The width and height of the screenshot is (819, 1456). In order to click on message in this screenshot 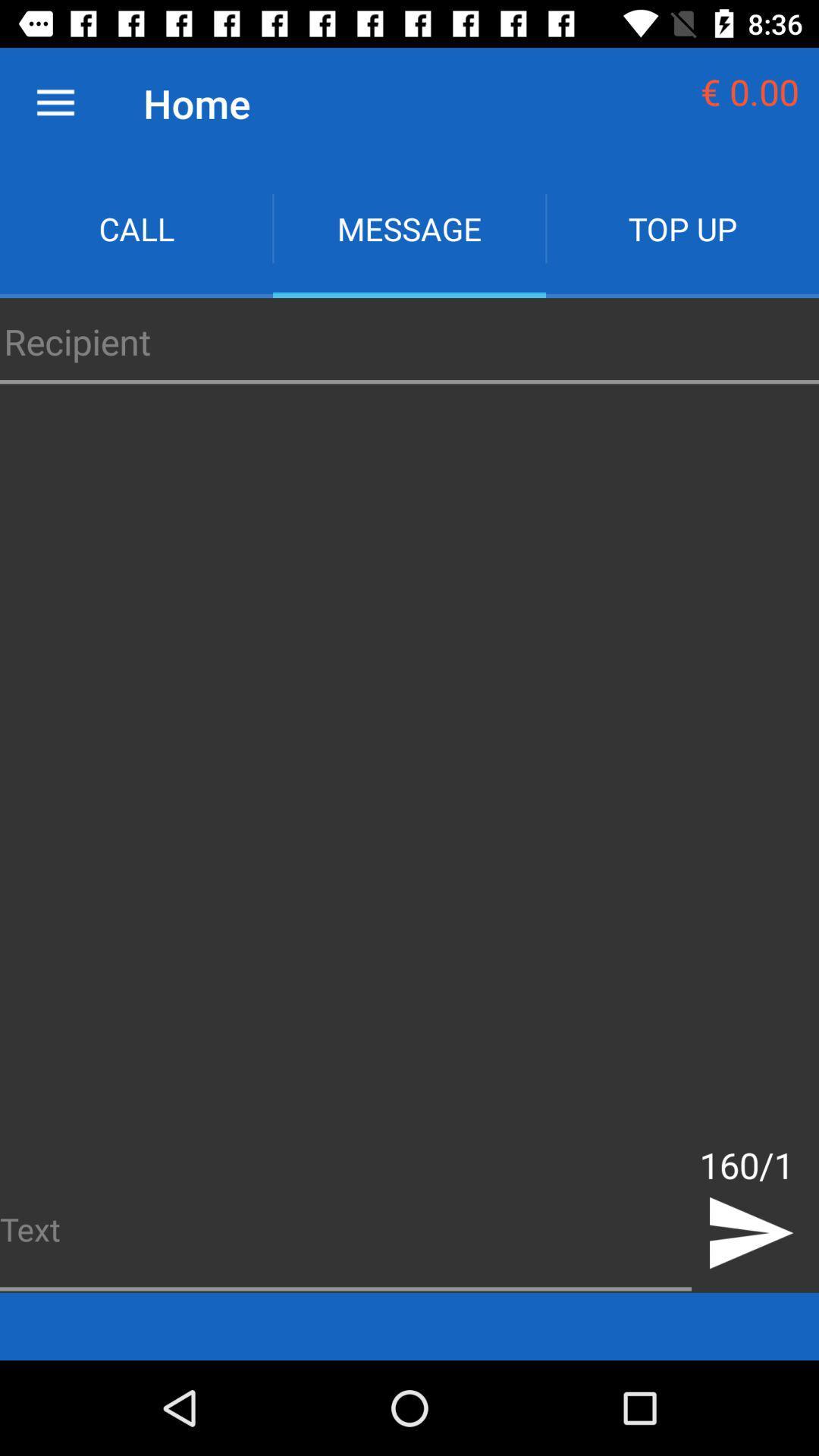, I will do `click(409, 227)`.